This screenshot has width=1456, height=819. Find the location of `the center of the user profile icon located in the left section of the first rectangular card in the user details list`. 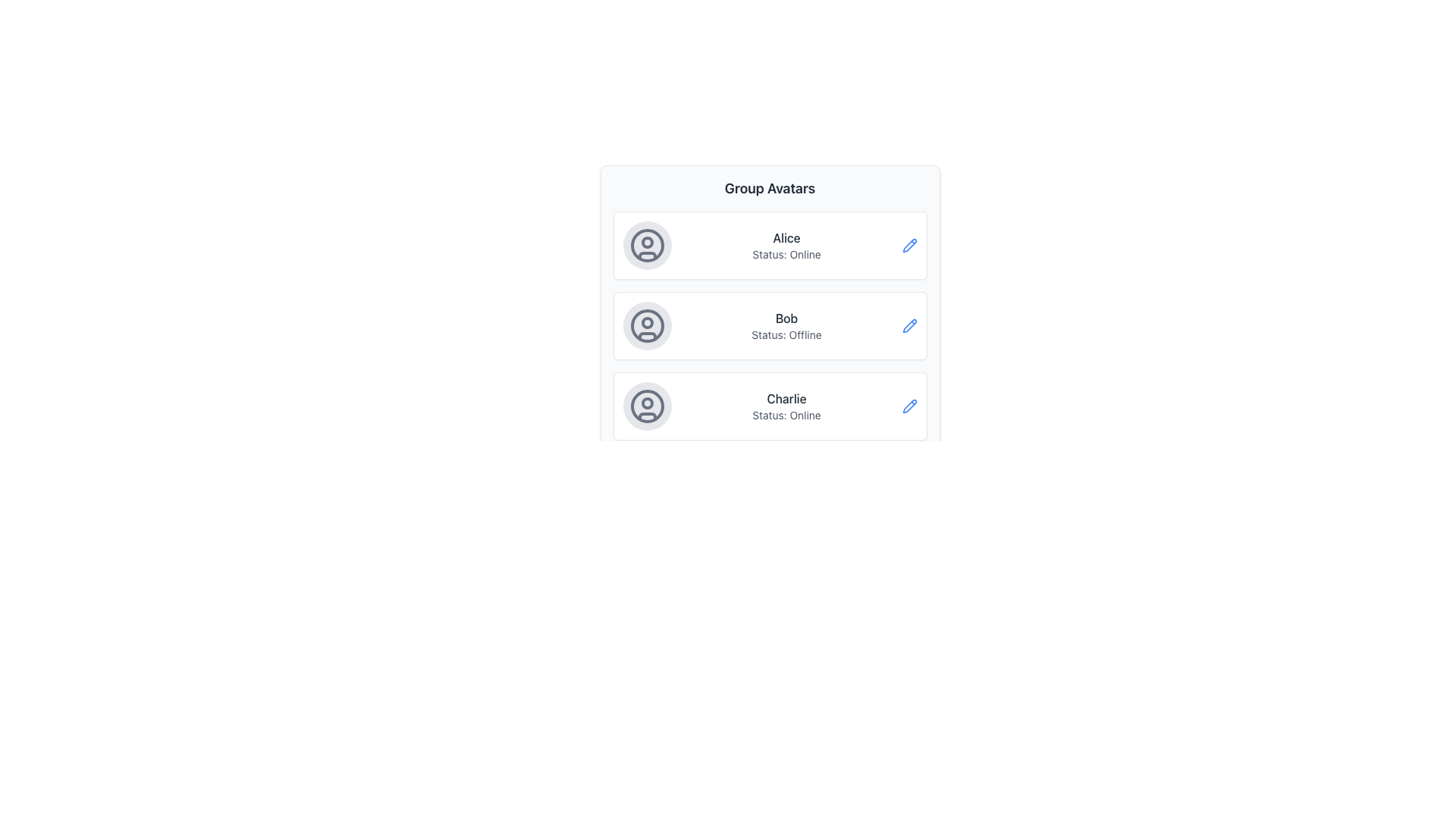

the center of the user profile icon located in the left section of the first rectangular card in the user details list is located at coordinates (647, 245).